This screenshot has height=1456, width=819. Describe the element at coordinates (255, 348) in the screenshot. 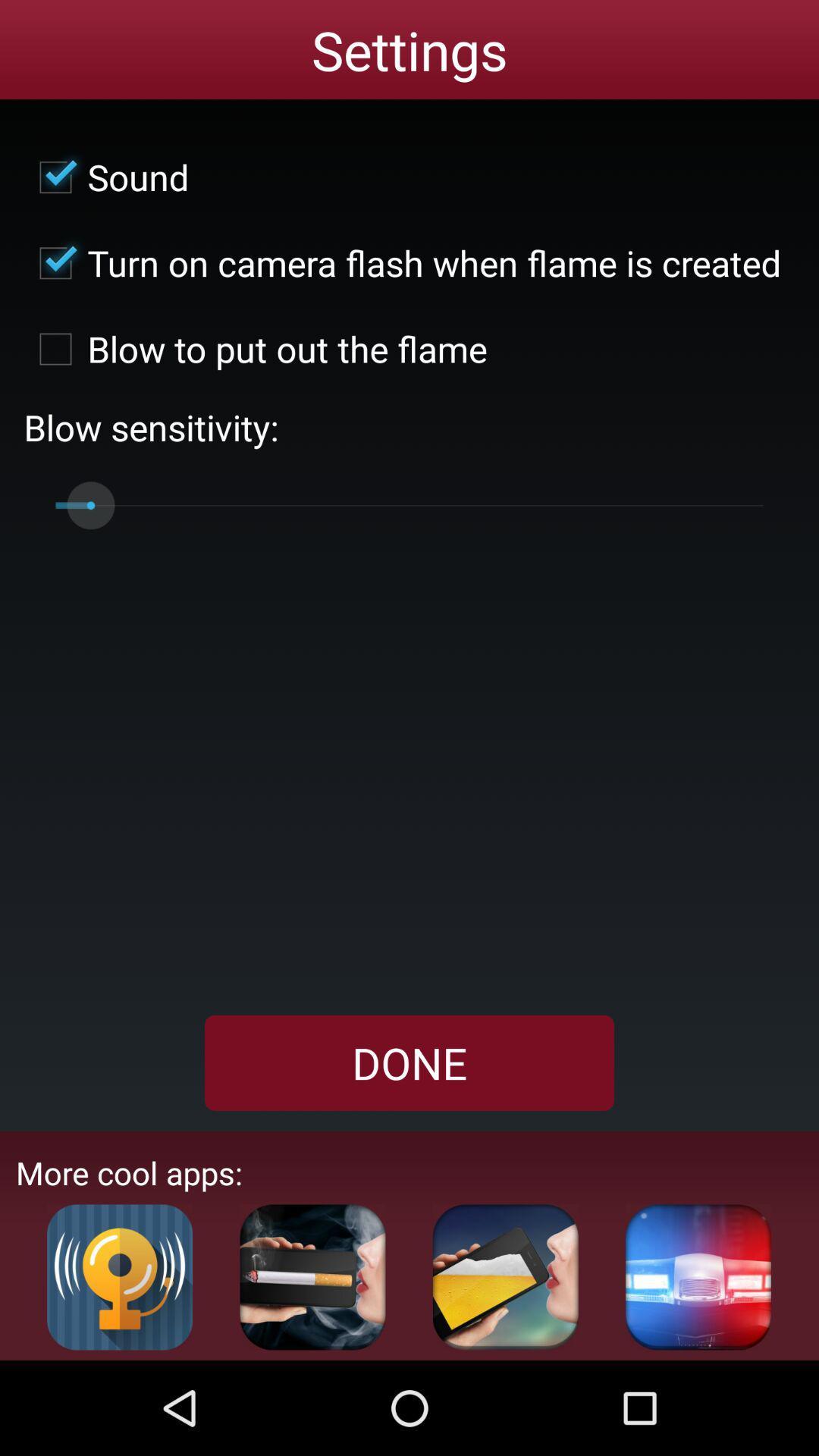

I see `the third option in the settings` at that location.